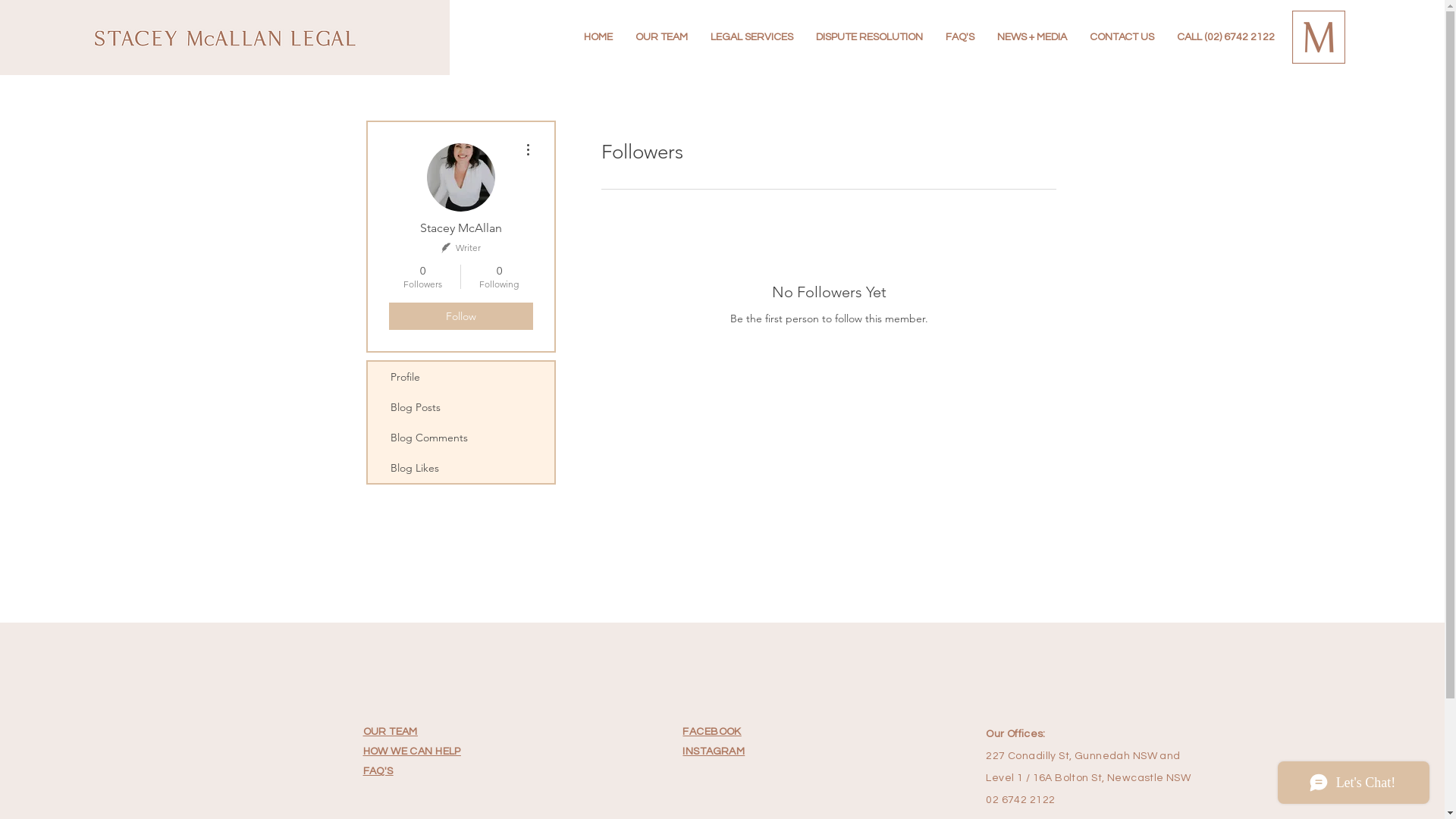  Describe the element at coordinates (1031, 36) in the screenshot. I see `'NEWS + MEDIA'` at that location.